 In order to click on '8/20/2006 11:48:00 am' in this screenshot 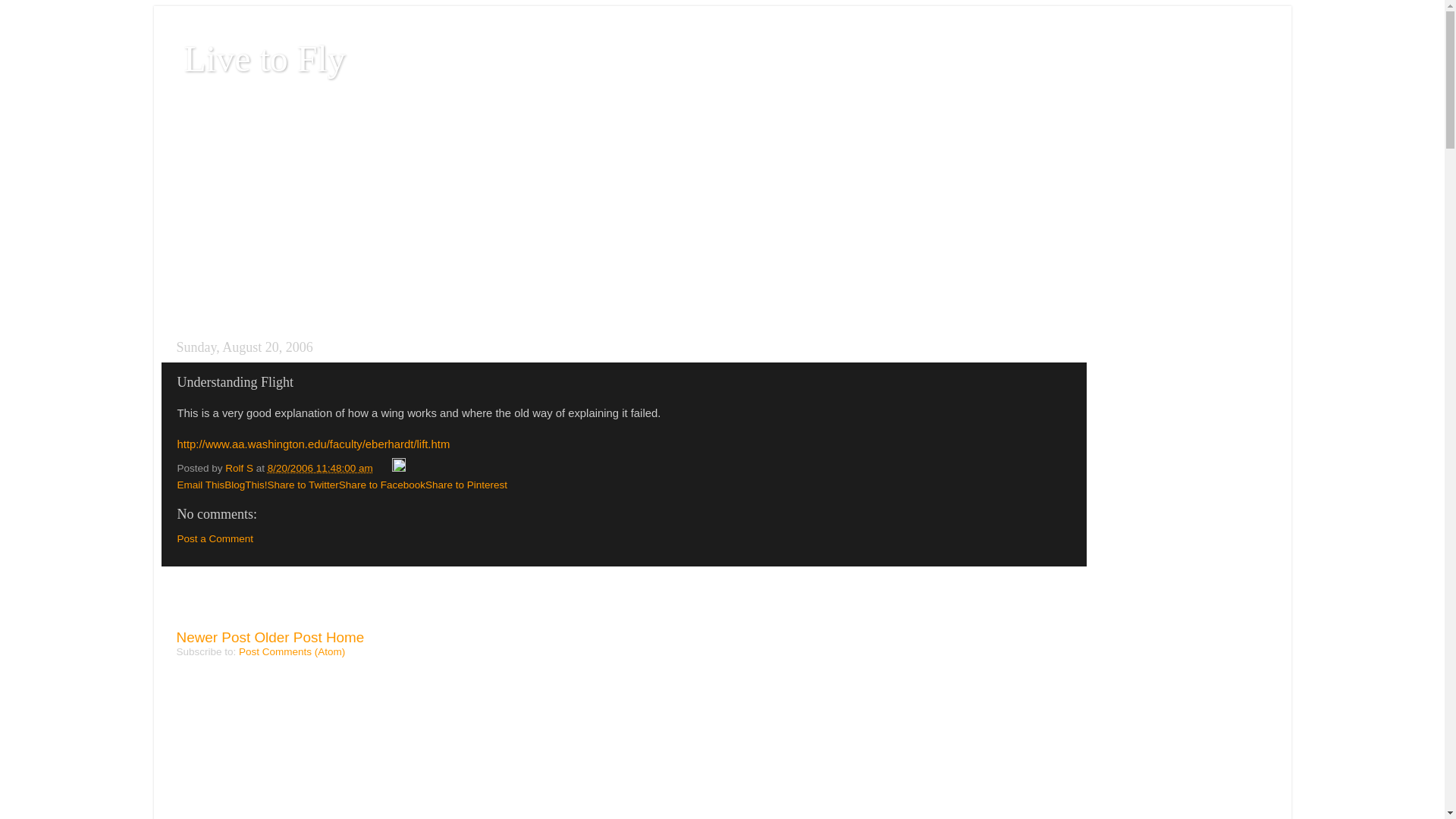, I will do `click(268, 467)`.